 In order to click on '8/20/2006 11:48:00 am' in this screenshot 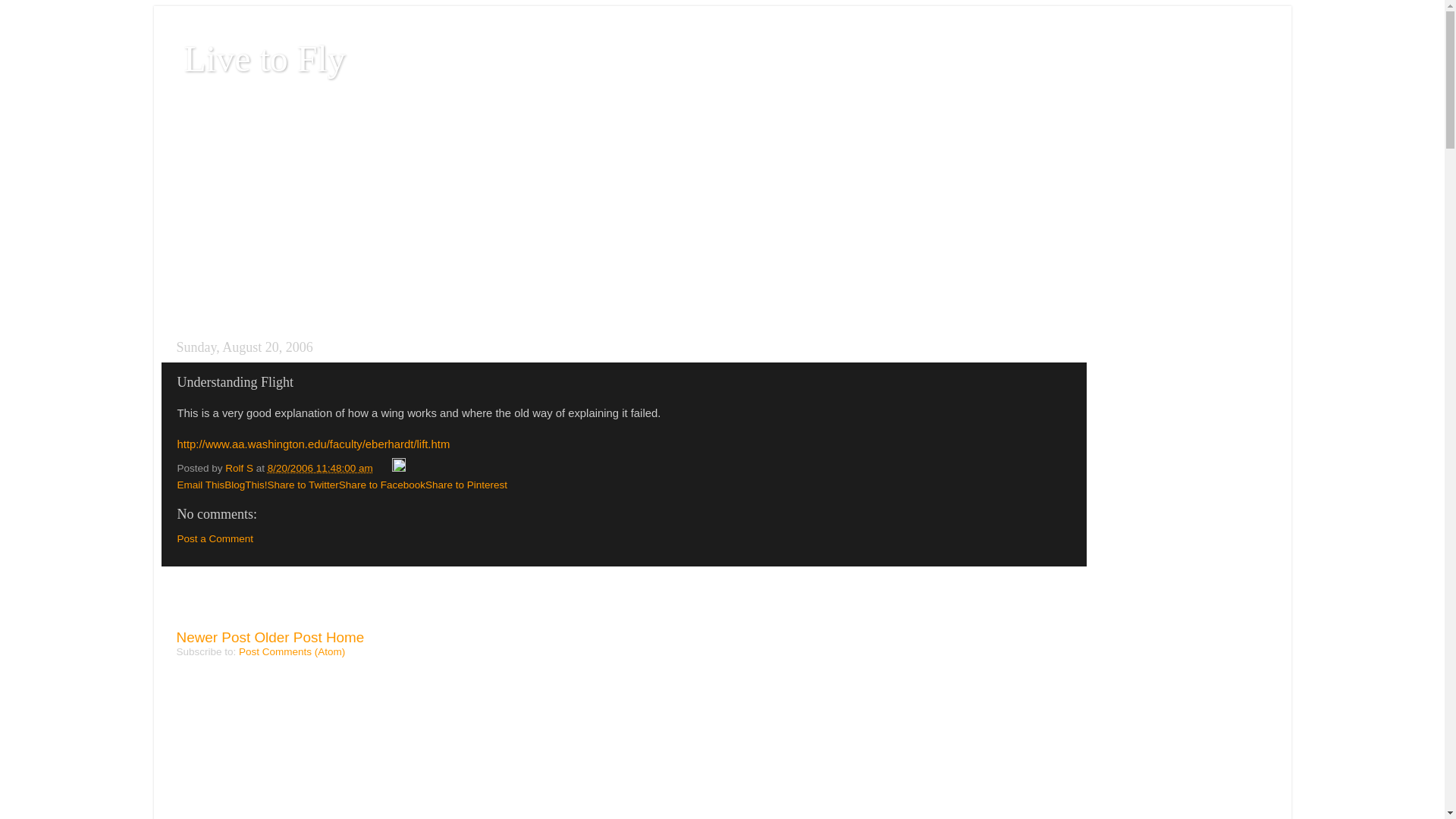, I will do `click(268, 467)`.